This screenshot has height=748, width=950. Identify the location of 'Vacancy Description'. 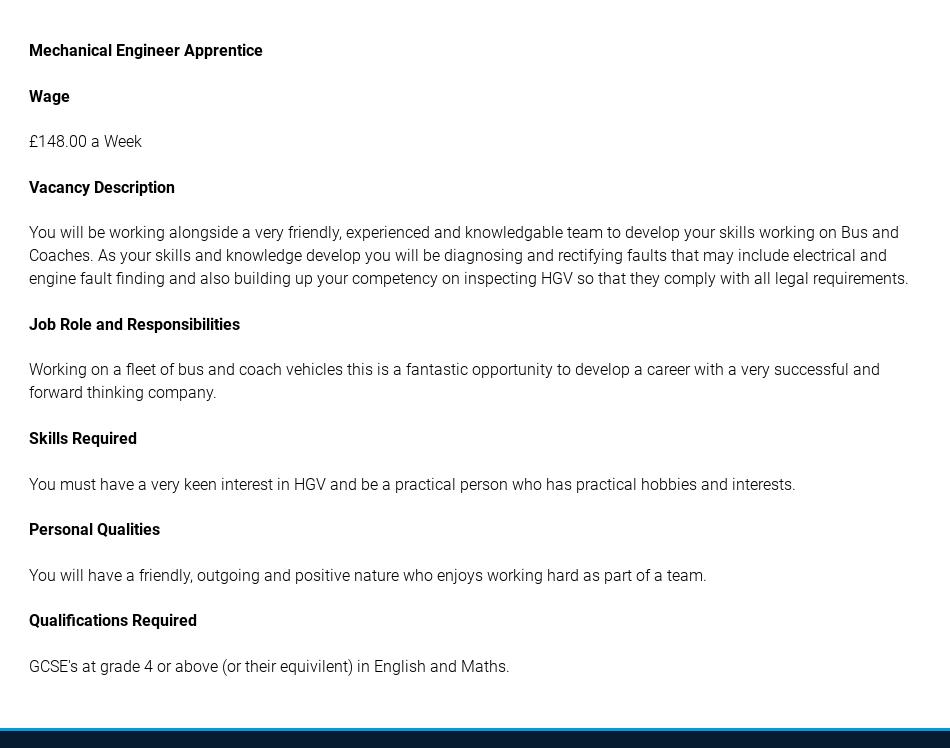
(102, 185).